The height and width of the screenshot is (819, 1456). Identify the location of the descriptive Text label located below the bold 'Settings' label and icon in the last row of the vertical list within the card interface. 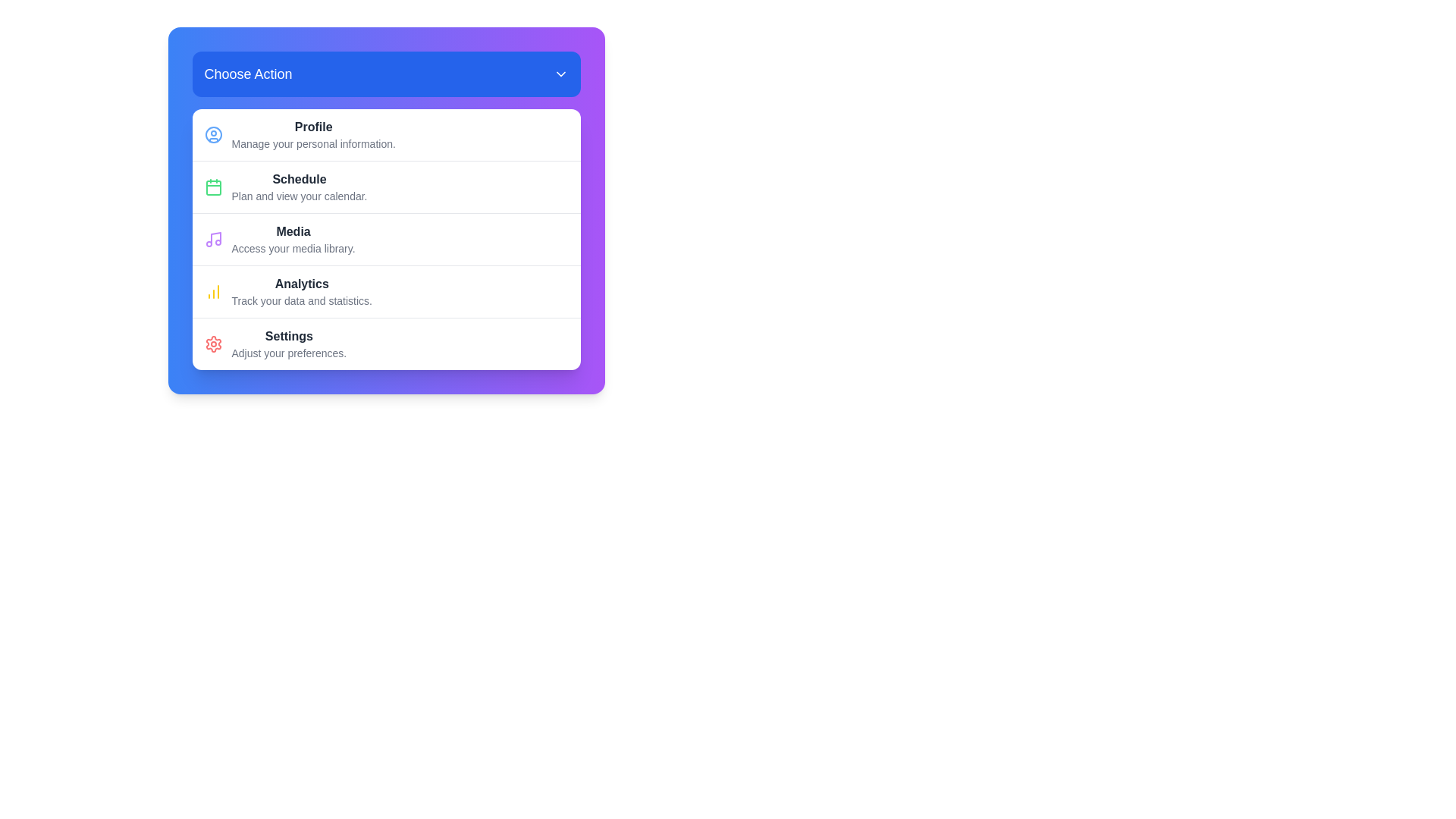
(289, 353).